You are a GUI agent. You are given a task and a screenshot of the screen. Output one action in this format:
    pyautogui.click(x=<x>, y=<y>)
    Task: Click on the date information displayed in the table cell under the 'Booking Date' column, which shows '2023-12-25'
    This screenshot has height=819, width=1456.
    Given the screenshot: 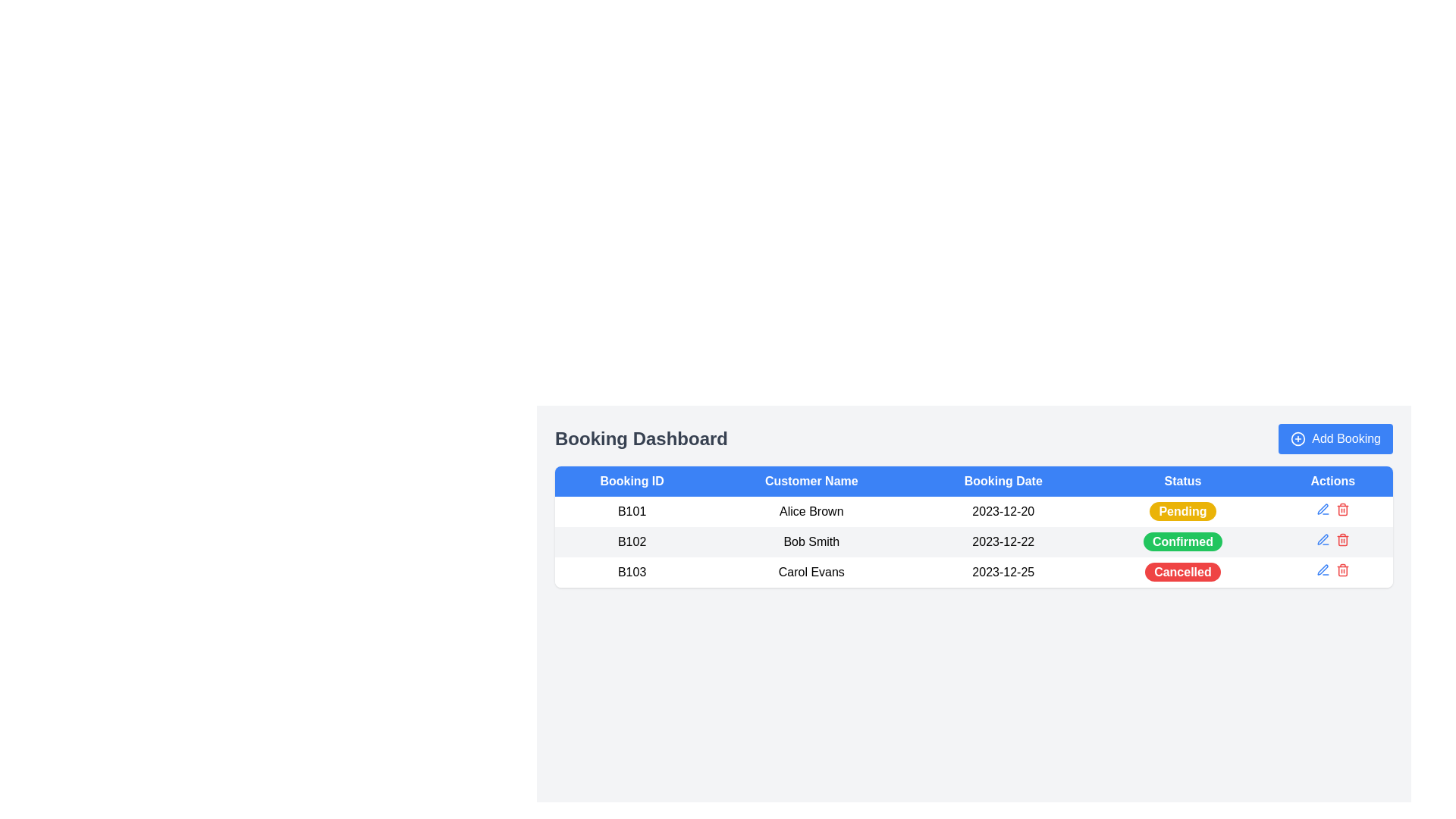 What is the action you would take?
    pyautogui.click(x=1003, y=573)
    